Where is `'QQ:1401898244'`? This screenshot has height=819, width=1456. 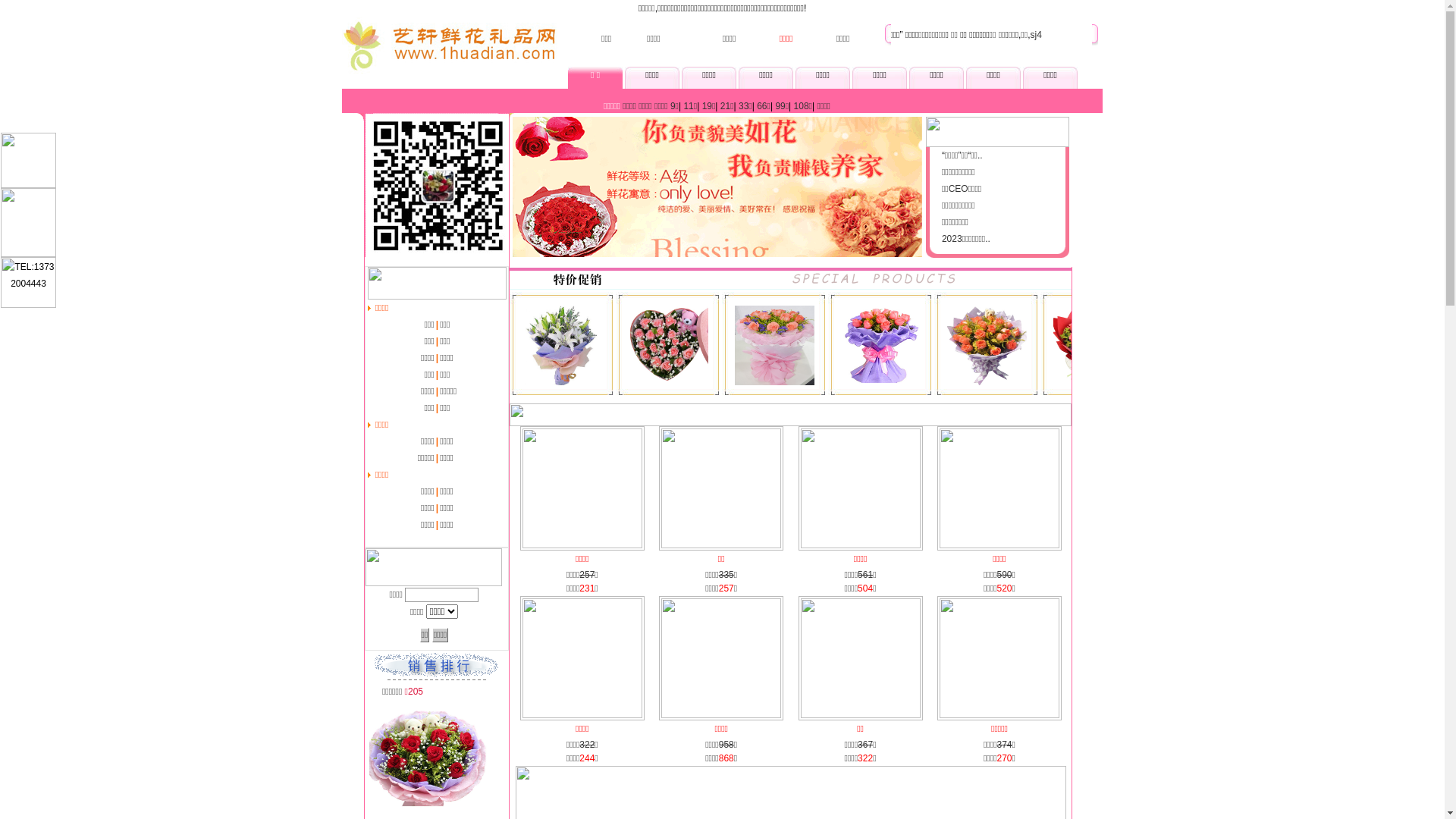
'QQ:1401898244' is located at coordinates (28, 184).